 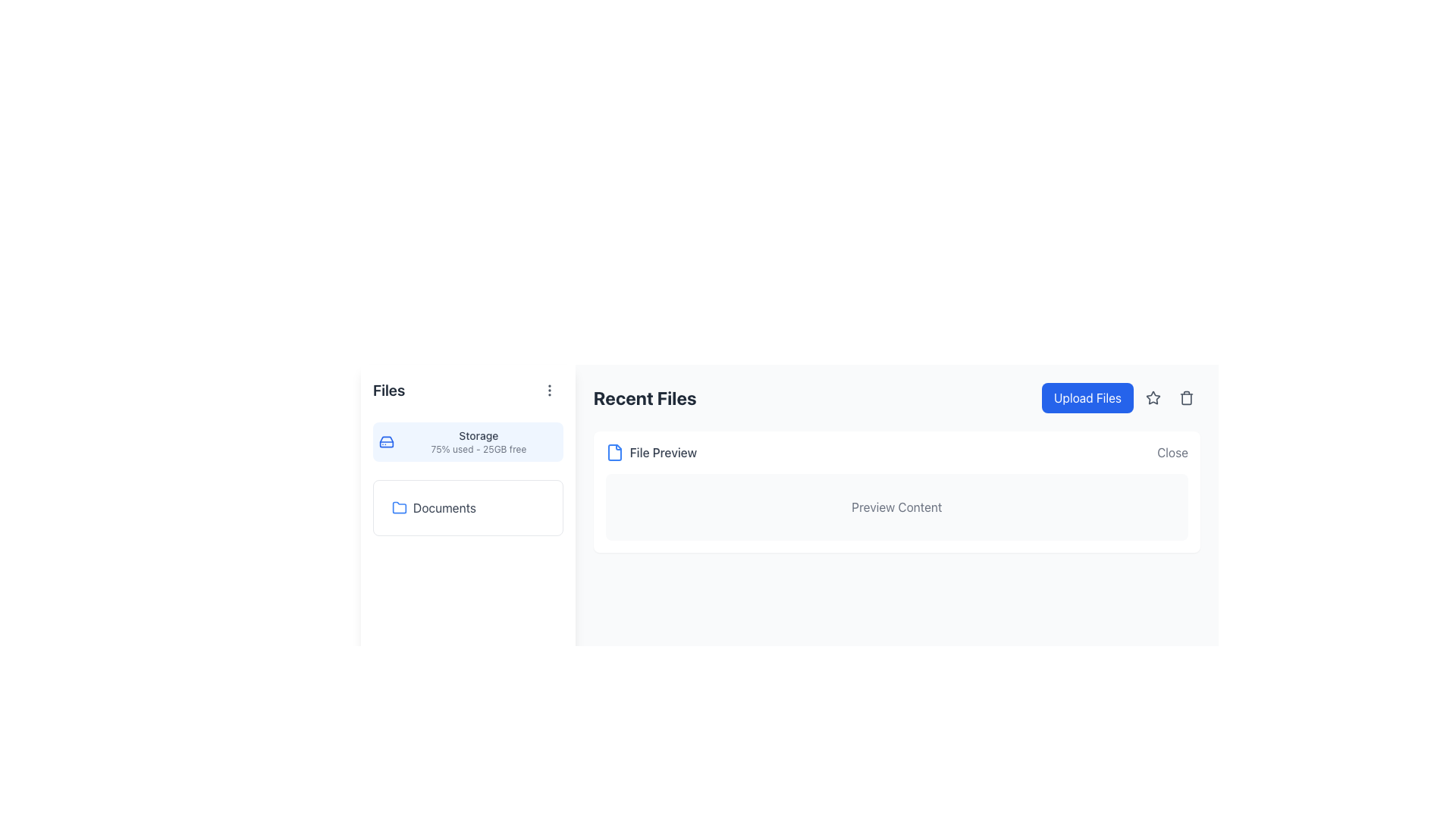 I want to click on the static text label displaying 'Preview Content' in gray color, located within the light gray background of the 'File Preview' section, so click(x=896, y=507).